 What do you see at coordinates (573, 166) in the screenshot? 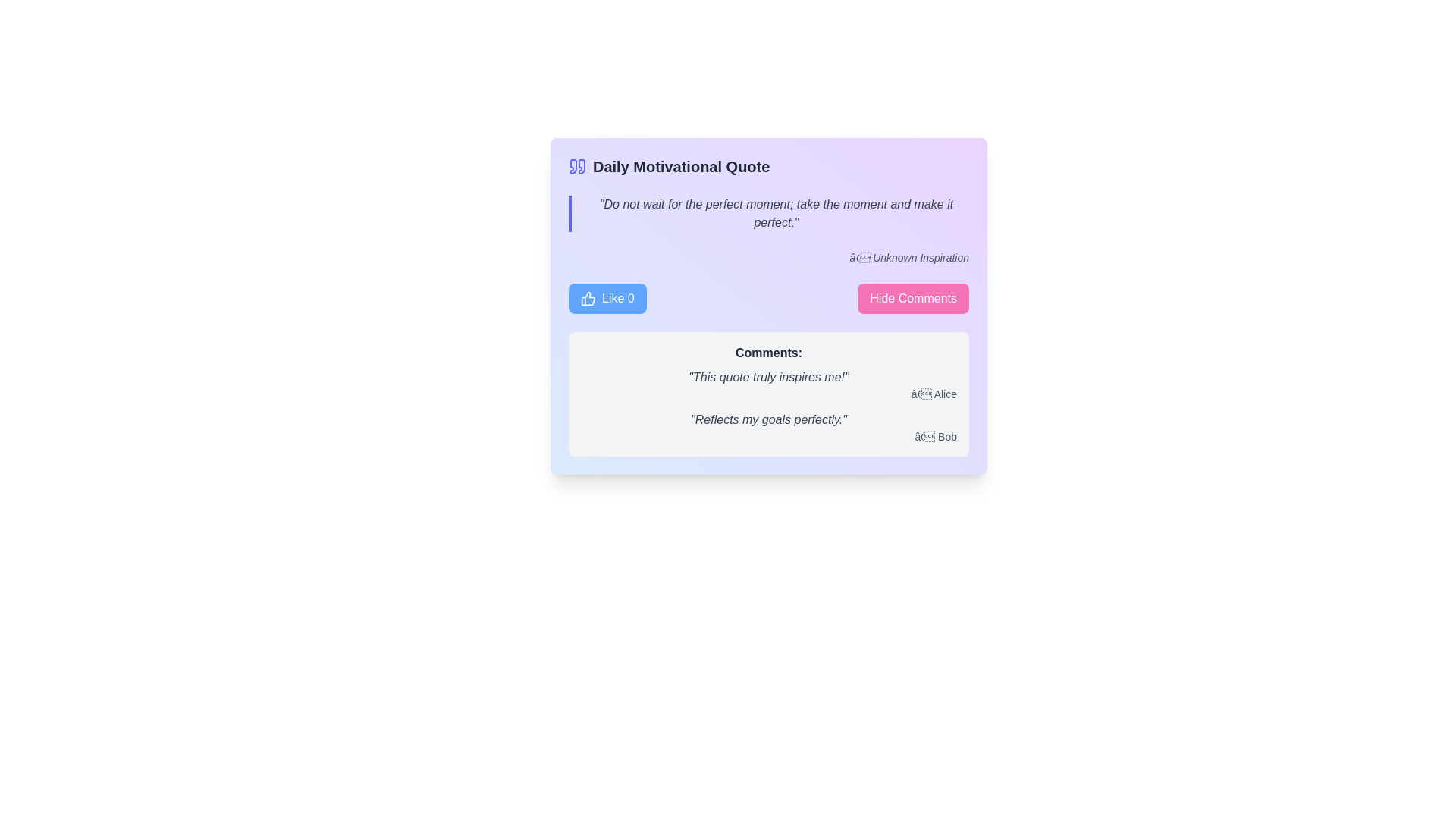
I see `the left quotation mark icon of the 'Daily Motivational Quote' card, which is styled in a modern, minimalist way and is located near the top left of the card` at bounding box center [573, 166].